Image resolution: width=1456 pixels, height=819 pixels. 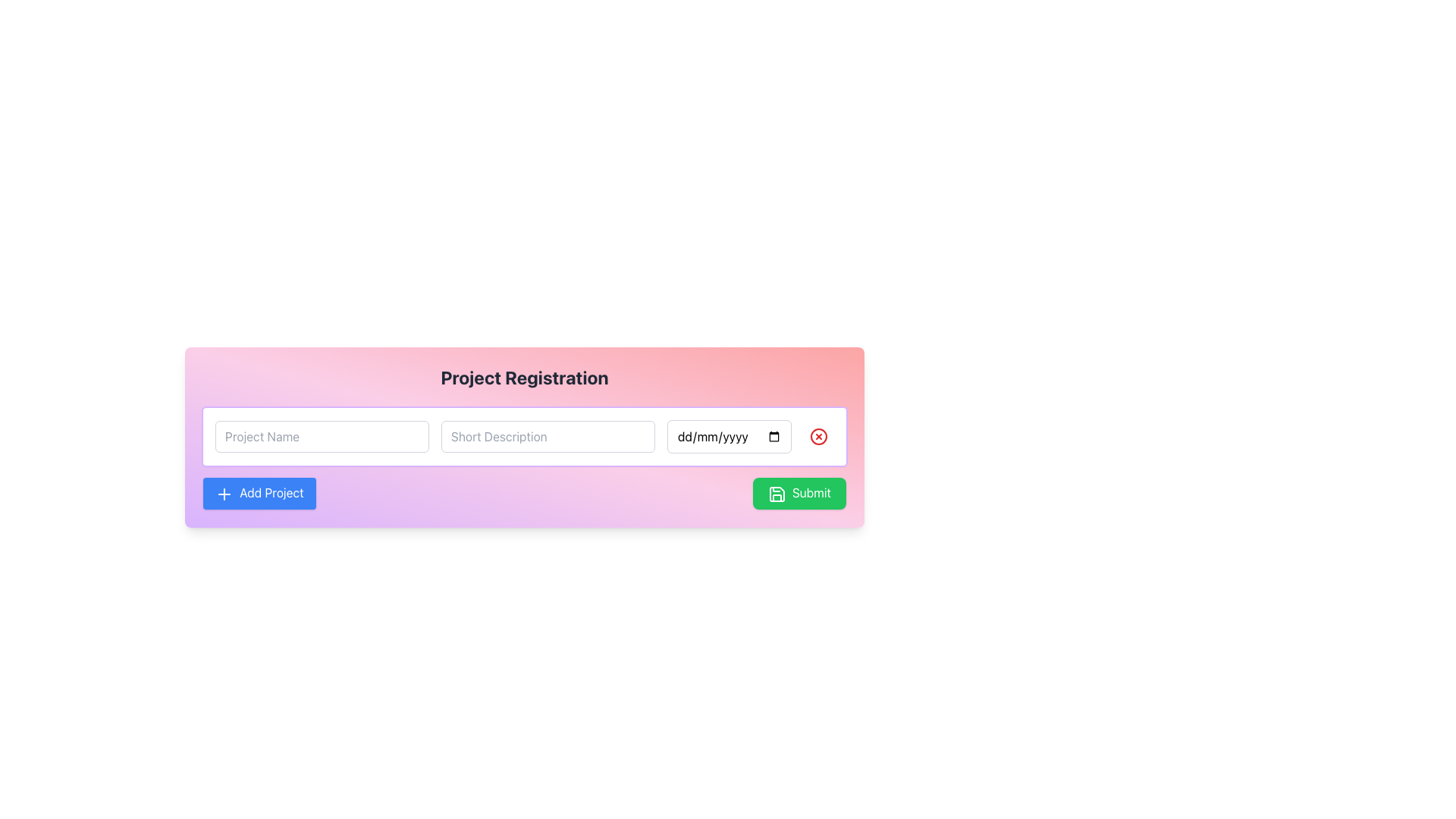 I want to click on the Close Icon Button located in the top right corner of the date input field to clear the date input, so click(x=818, y=436).